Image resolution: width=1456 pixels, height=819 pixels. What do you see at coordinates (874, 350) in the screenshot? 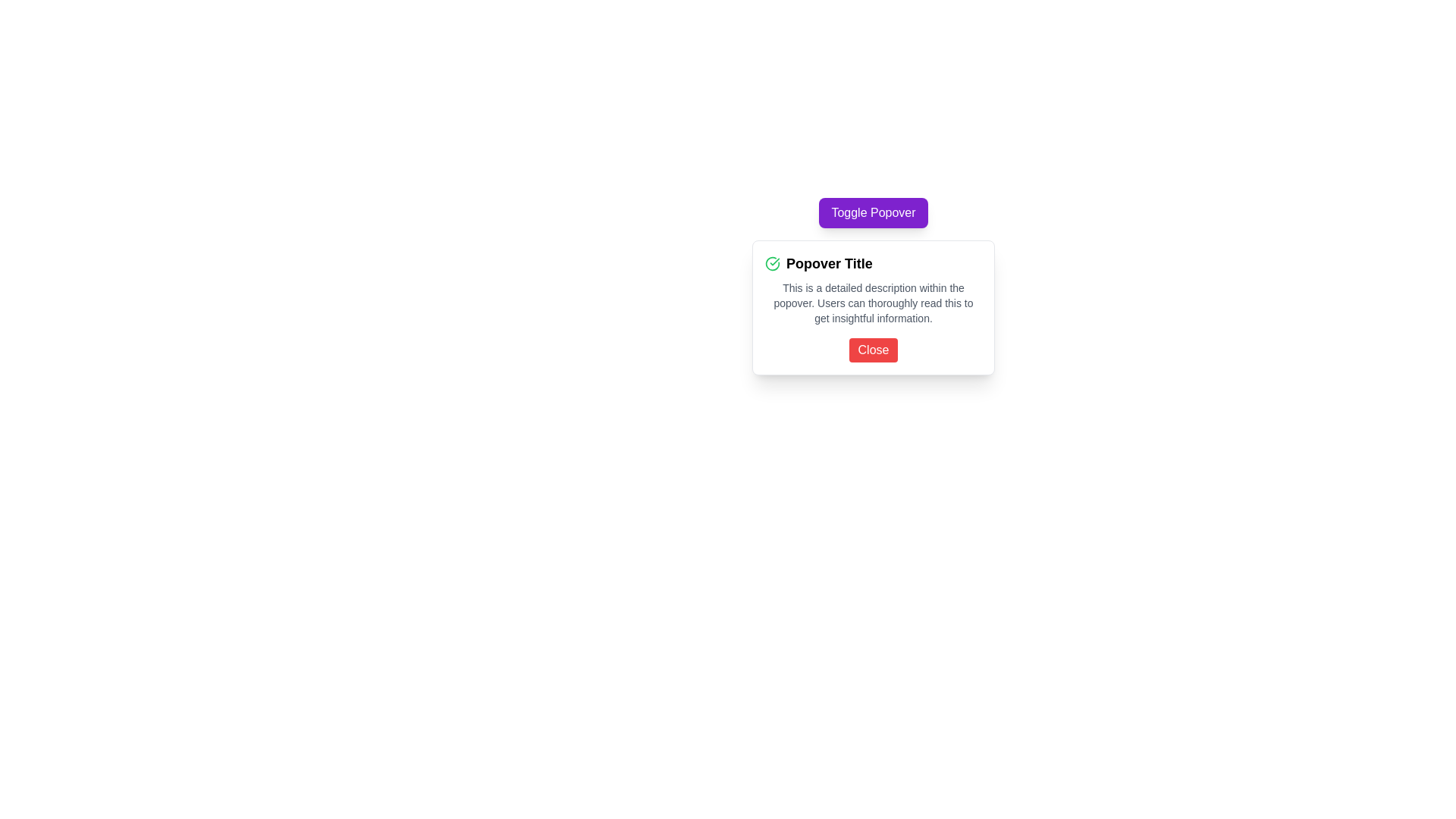
I see `the close button located at the bottom of the popover to observe the hover effect` at bounding box center [874, 350].